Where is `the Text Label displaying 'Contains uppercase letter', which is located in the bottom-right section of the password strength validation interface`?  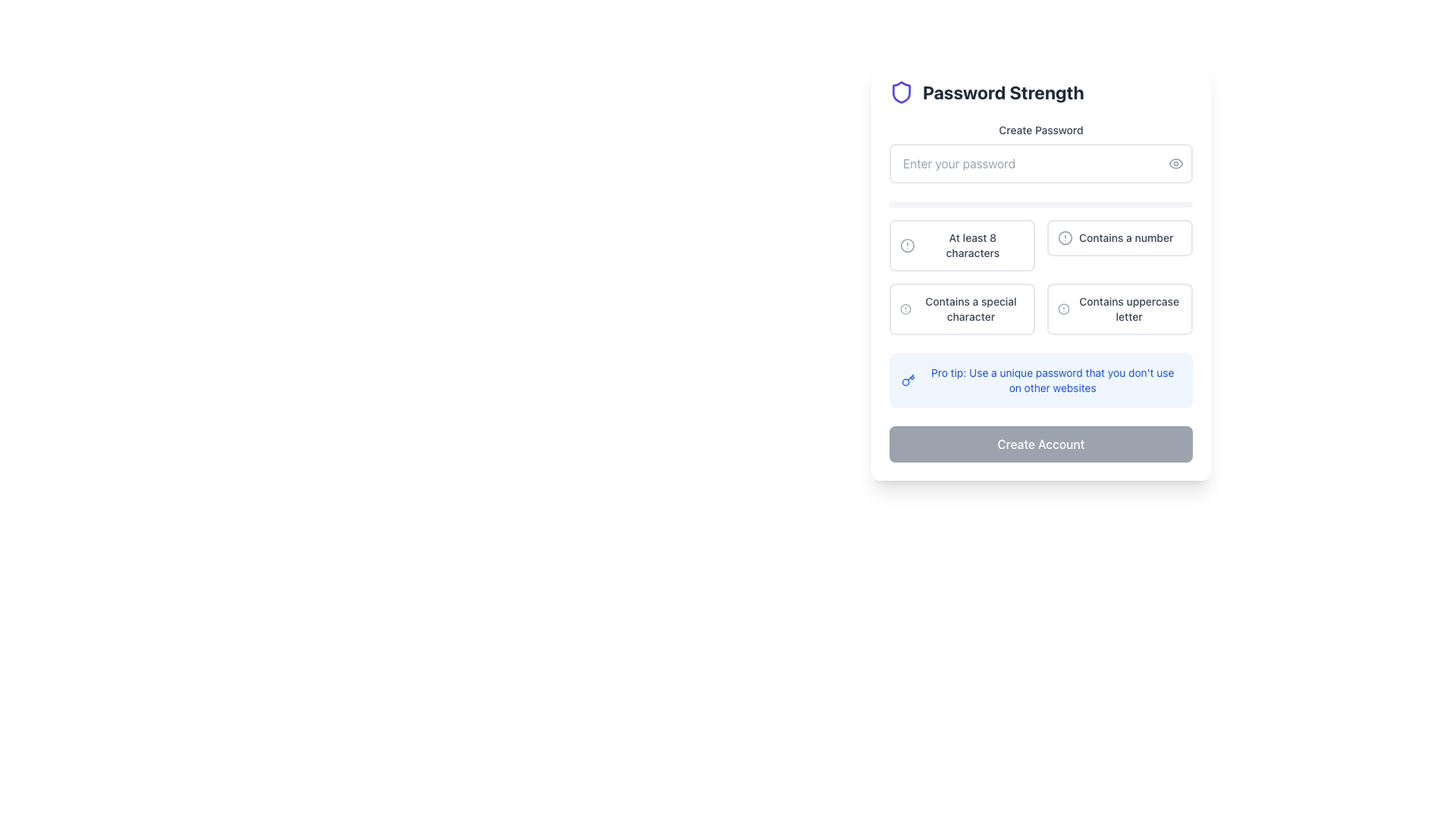 the Text Label displaying 'Contains uppercase letter', which is located in the bottom-right section of the password strength validation interface is located at coordinates (1129, 309).